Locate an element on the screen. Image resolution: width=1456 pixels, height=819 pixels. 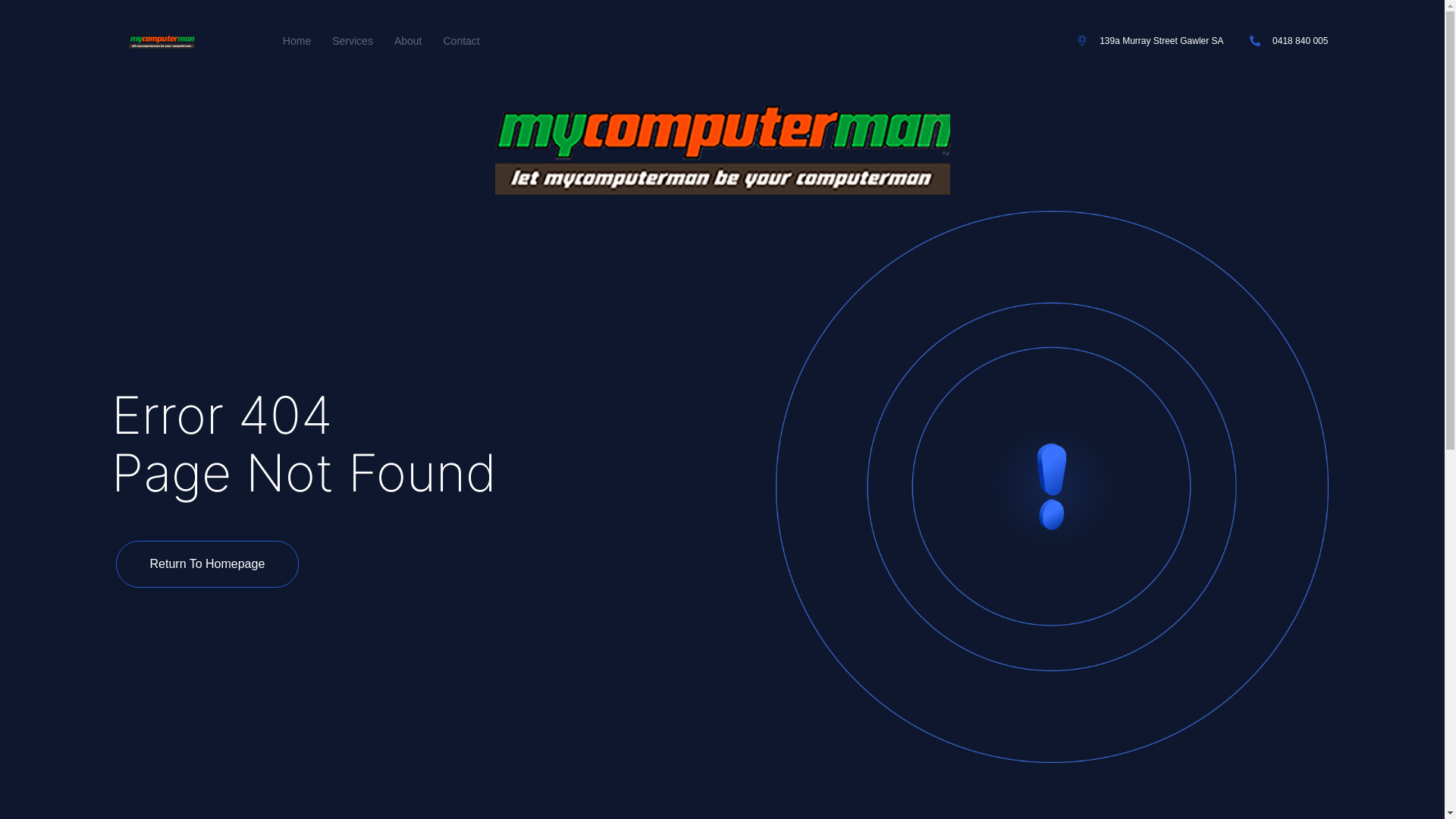
'MCM_v3' is located at coordinates (720, 146).